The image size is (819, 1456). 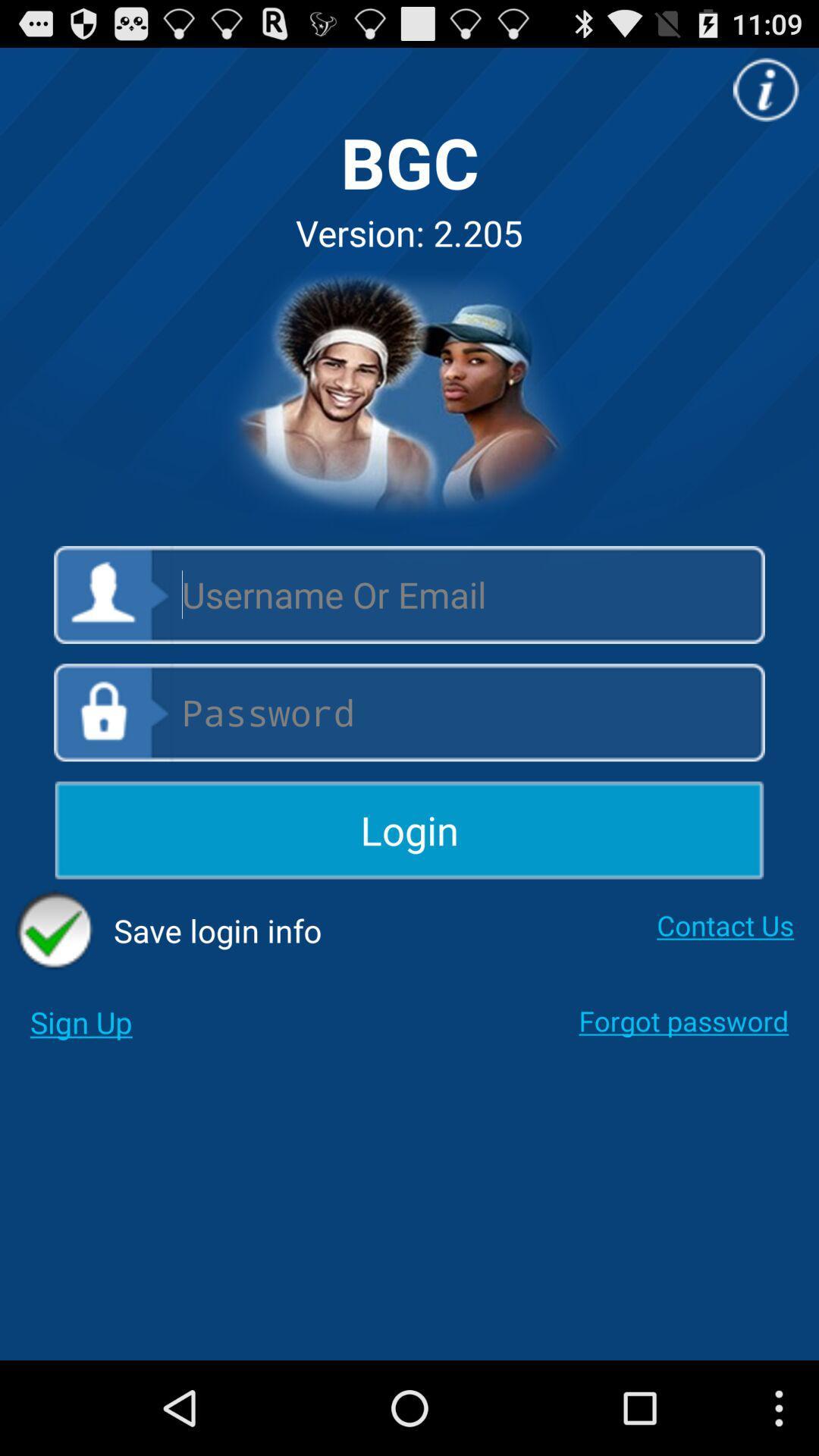 I want to click on sign up icon, so click(x=81, y=1022).